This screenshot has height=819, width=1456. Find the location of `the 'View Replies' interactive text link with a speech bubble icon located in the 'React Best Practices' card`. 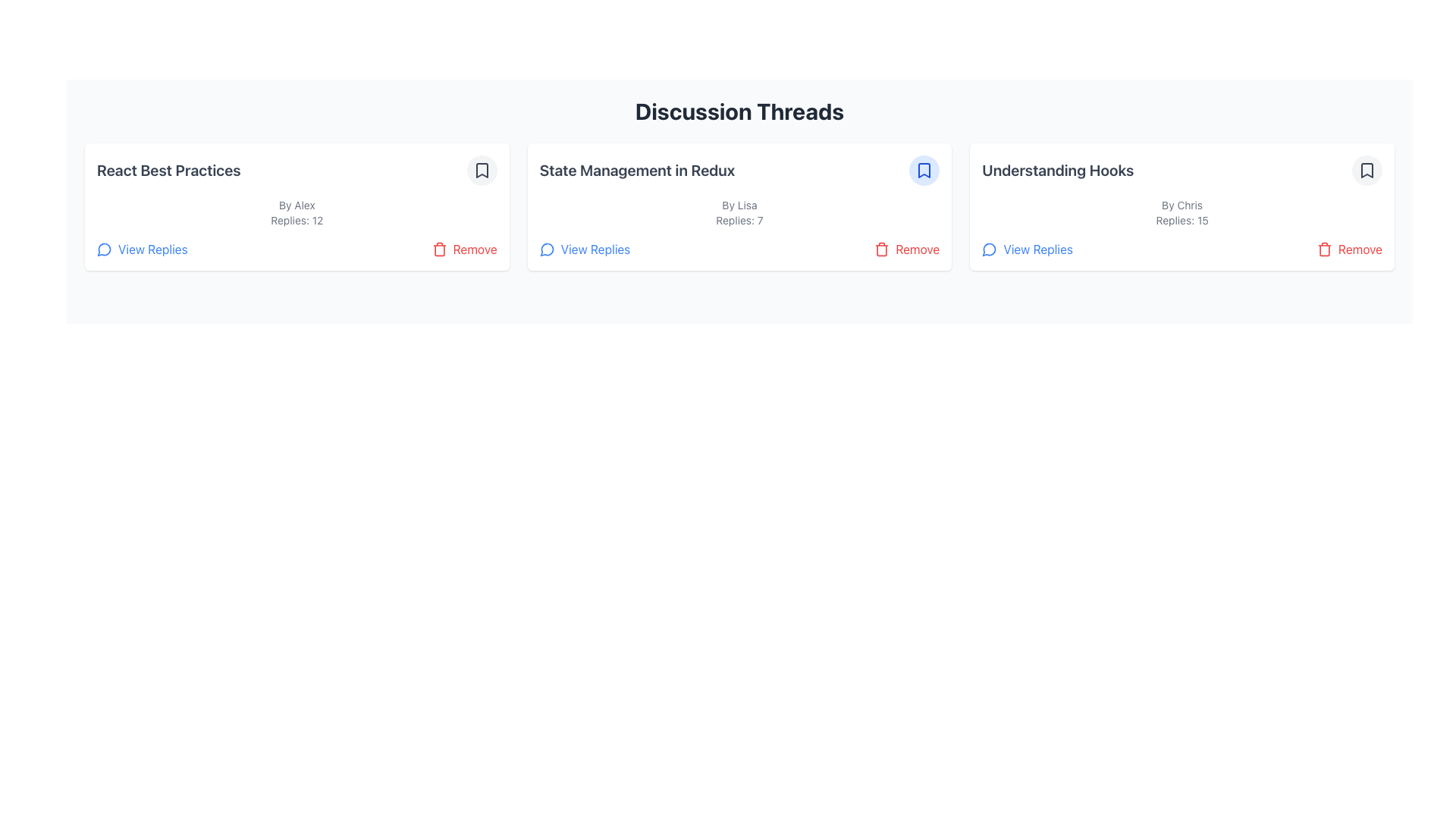

the 'View Replies' interactive text link with a speech bubble icon located in the 'React Best Practices' card is located at coordinates (142, 248).